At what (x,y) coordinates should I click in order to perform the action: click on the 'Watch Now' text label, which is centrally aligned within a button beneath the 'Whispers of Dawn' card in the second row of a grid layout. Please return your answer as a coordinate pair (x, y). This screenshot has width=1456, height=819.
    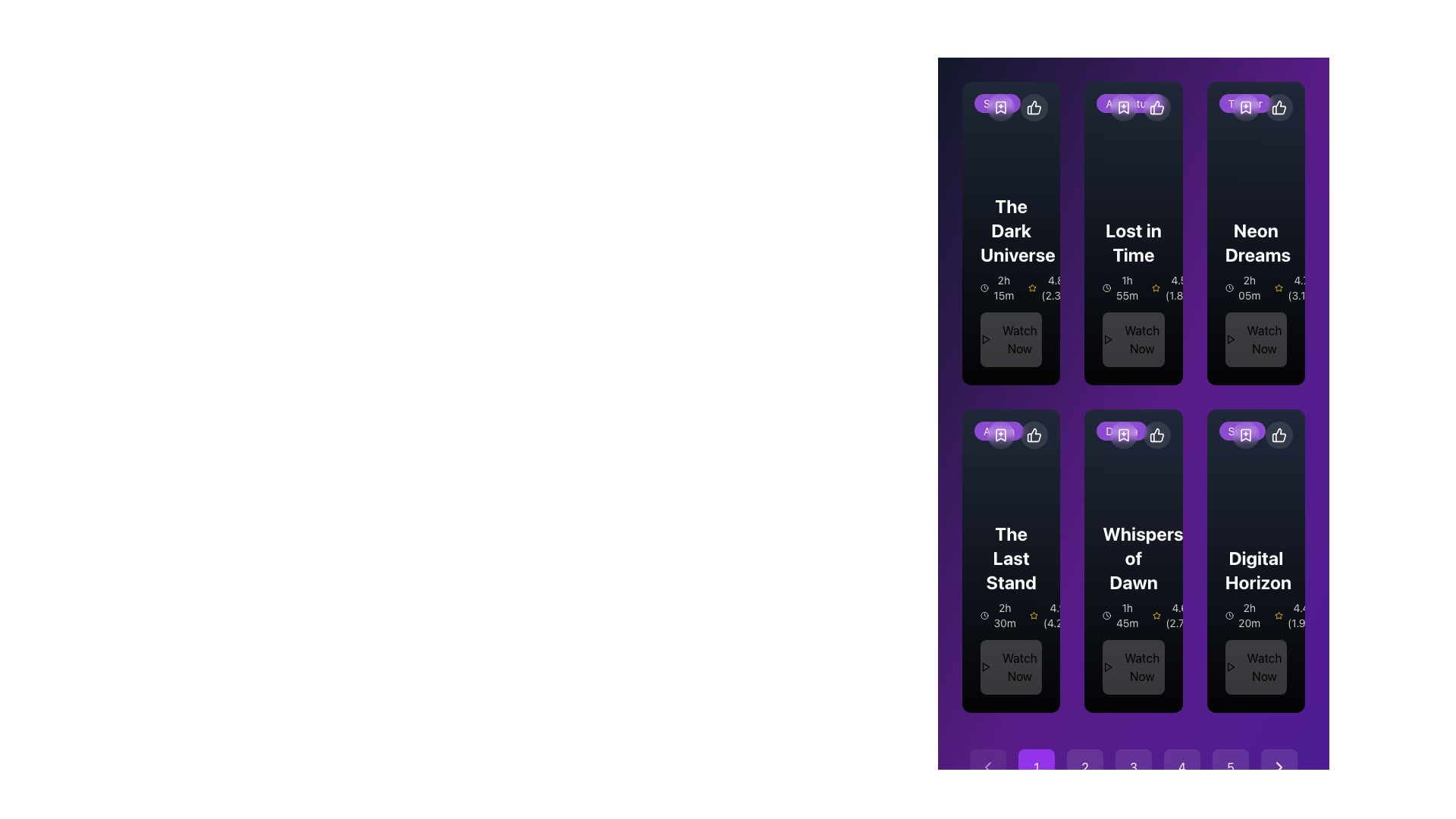
    Looking at the image, I should click on (1142, 666).